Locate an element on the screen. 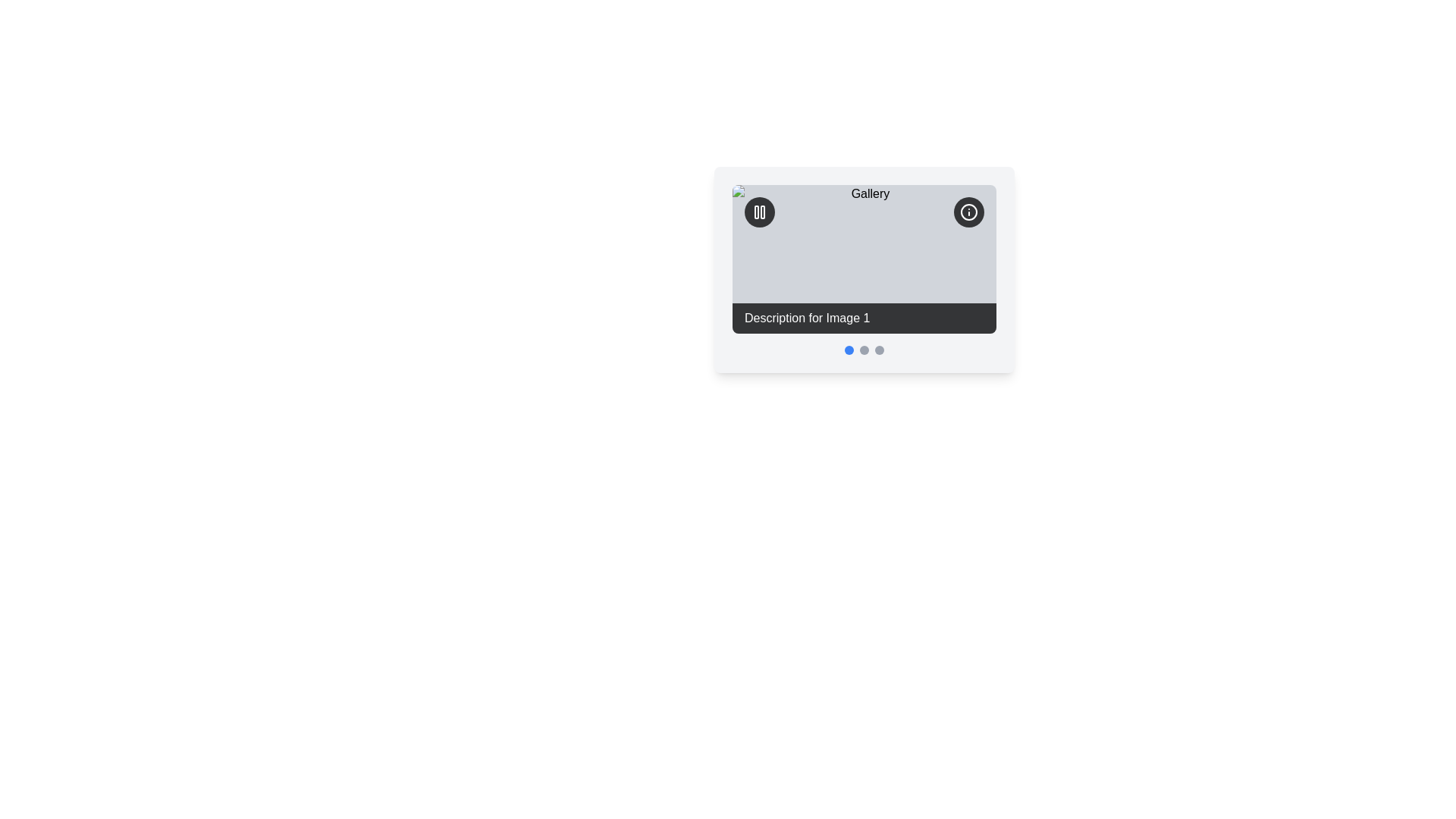  the text label displaying 'Description for Image 1' which is centrally positioned on a black semi-transparent background in the lower area of the interface is located at coordinates (806, 317).